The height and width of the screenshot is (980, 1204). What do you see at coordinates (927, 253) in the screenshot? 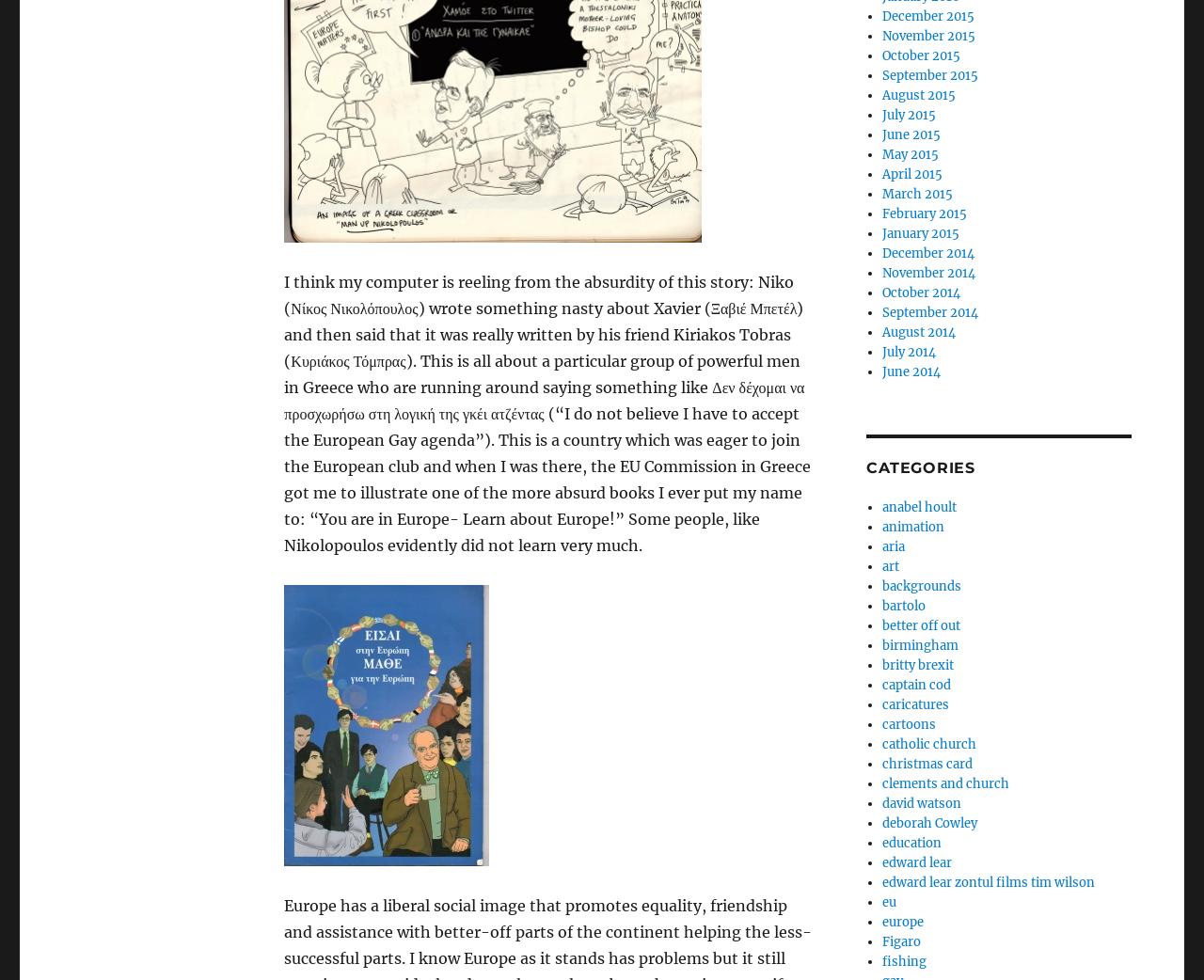
I see `'December 2014'` at bounding box center [927, 253].